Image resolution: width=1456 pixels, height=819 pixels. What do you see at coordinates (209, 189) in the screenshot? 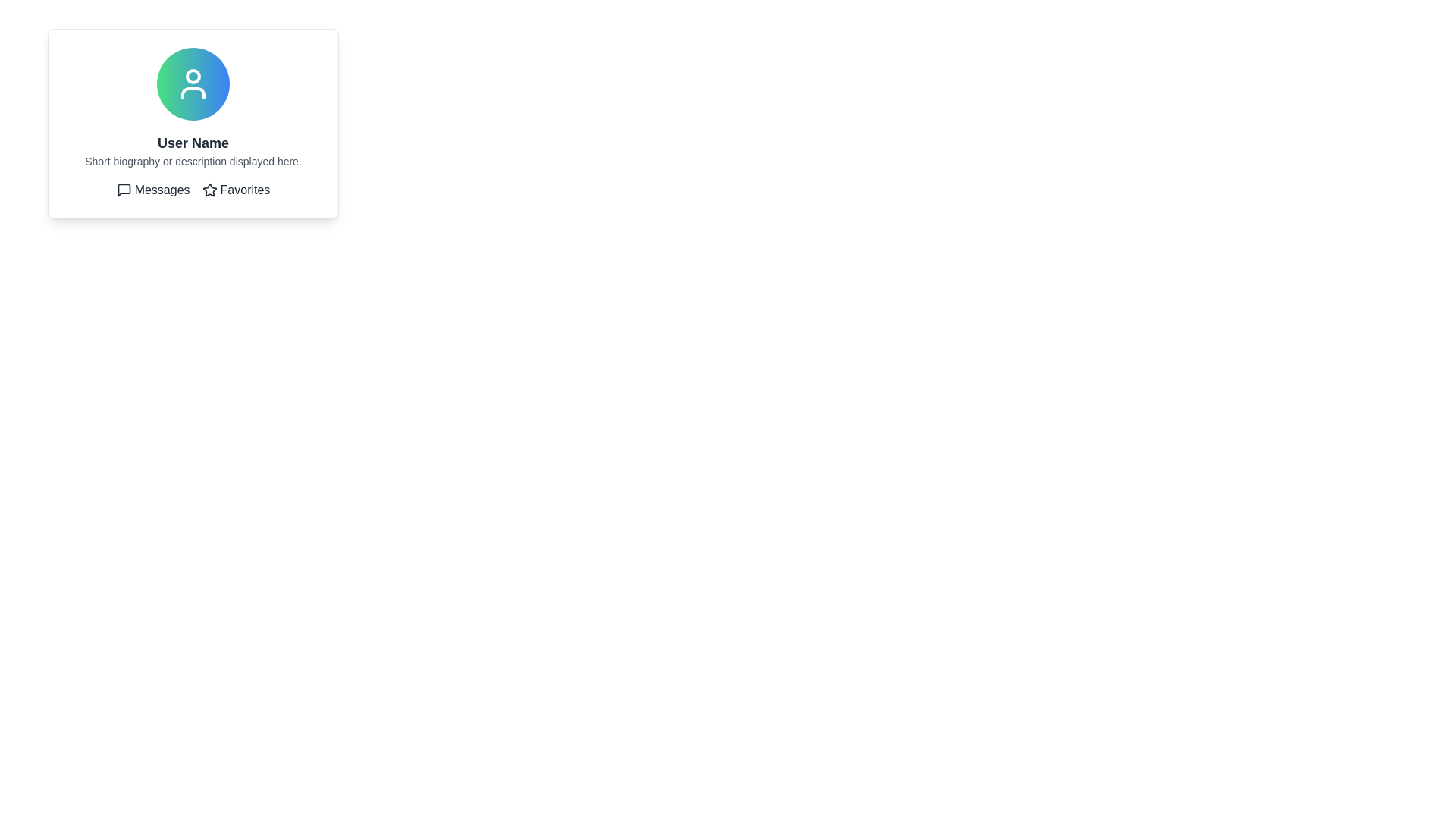
I see `the 'Favorites' icon located to the right of the 'Messages' label and above the 'Favorites' label in the user profile card section` at bounding box center [209, 189].